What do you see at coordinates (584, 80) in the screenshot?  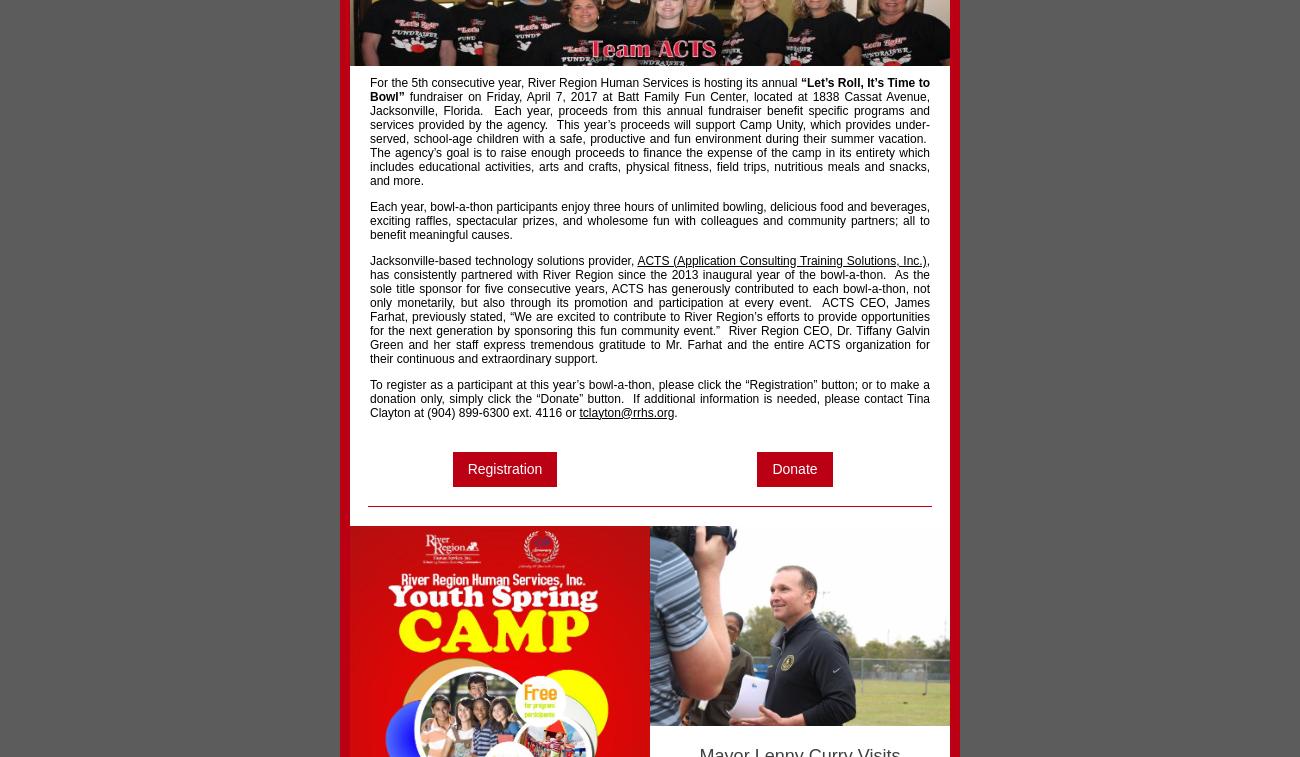 I see `'For the 5th consecutive year, River Region Human Services is hosting its annual'` at bounding box center [584, 80].